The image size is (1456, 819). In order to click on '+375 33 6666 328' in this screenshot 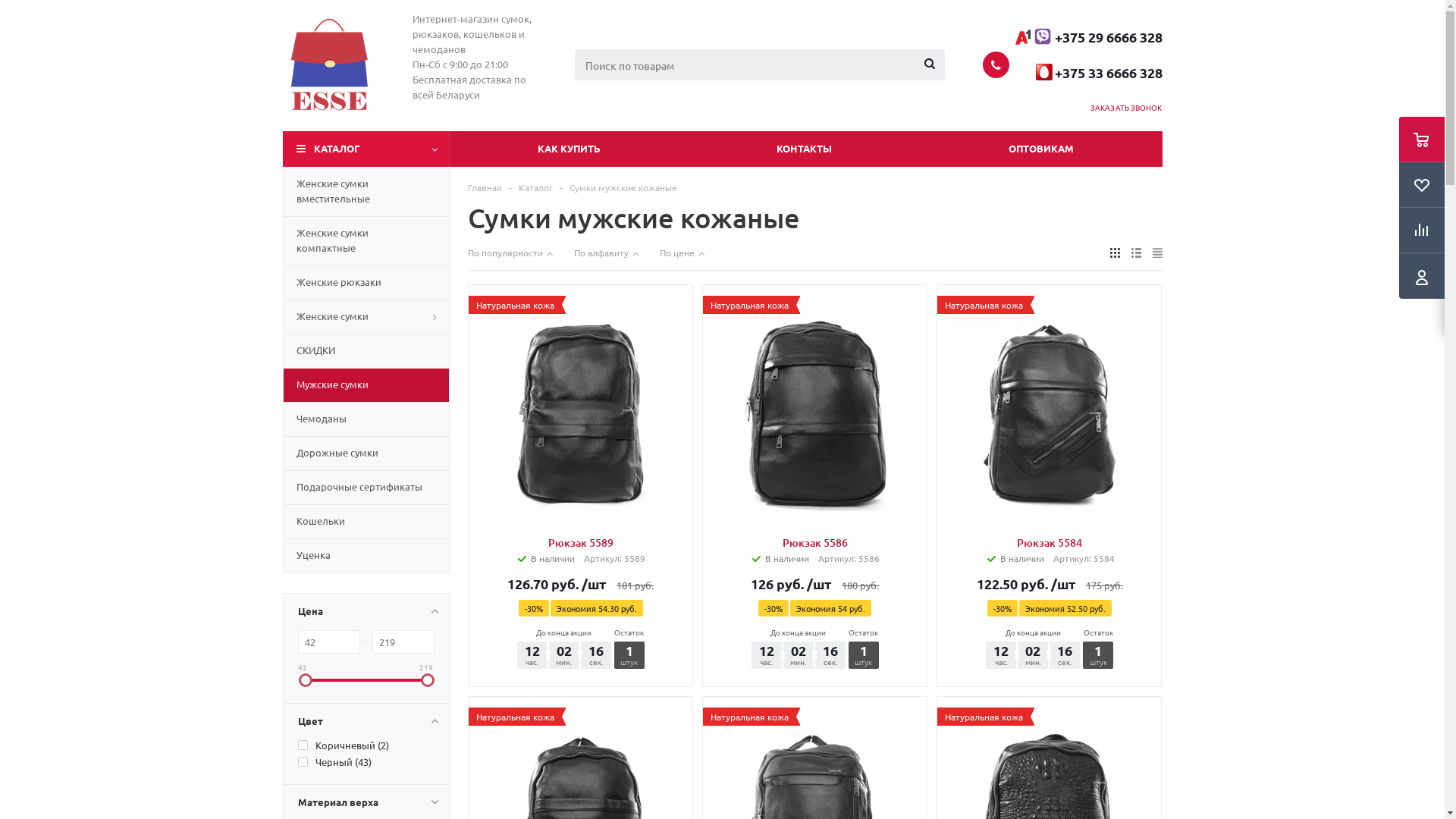, I will do `click(1107, 72)`.